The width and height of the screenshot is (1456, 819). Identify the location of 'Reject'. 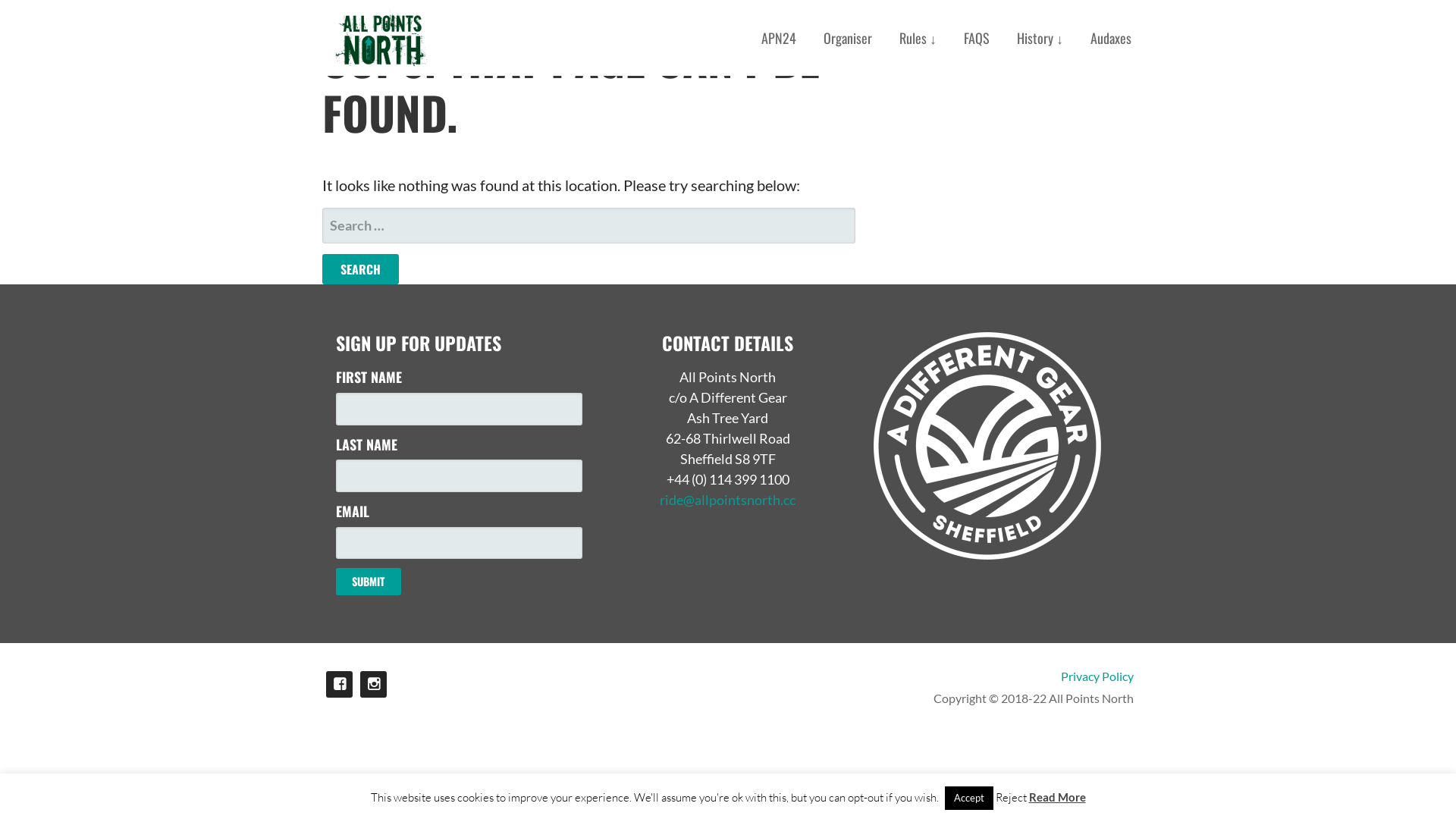
(1010, 796).